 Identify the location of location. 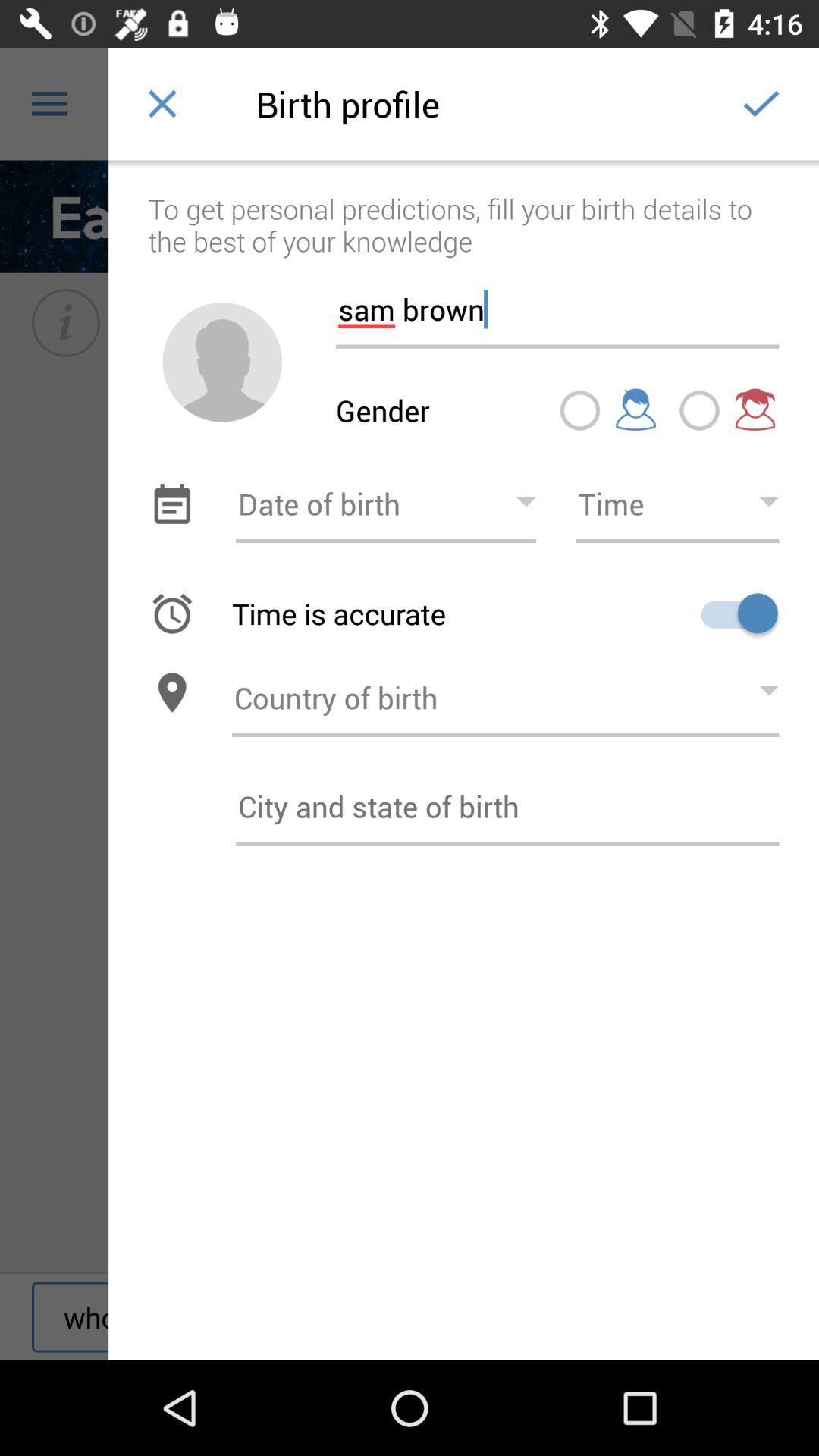
(171, 692).